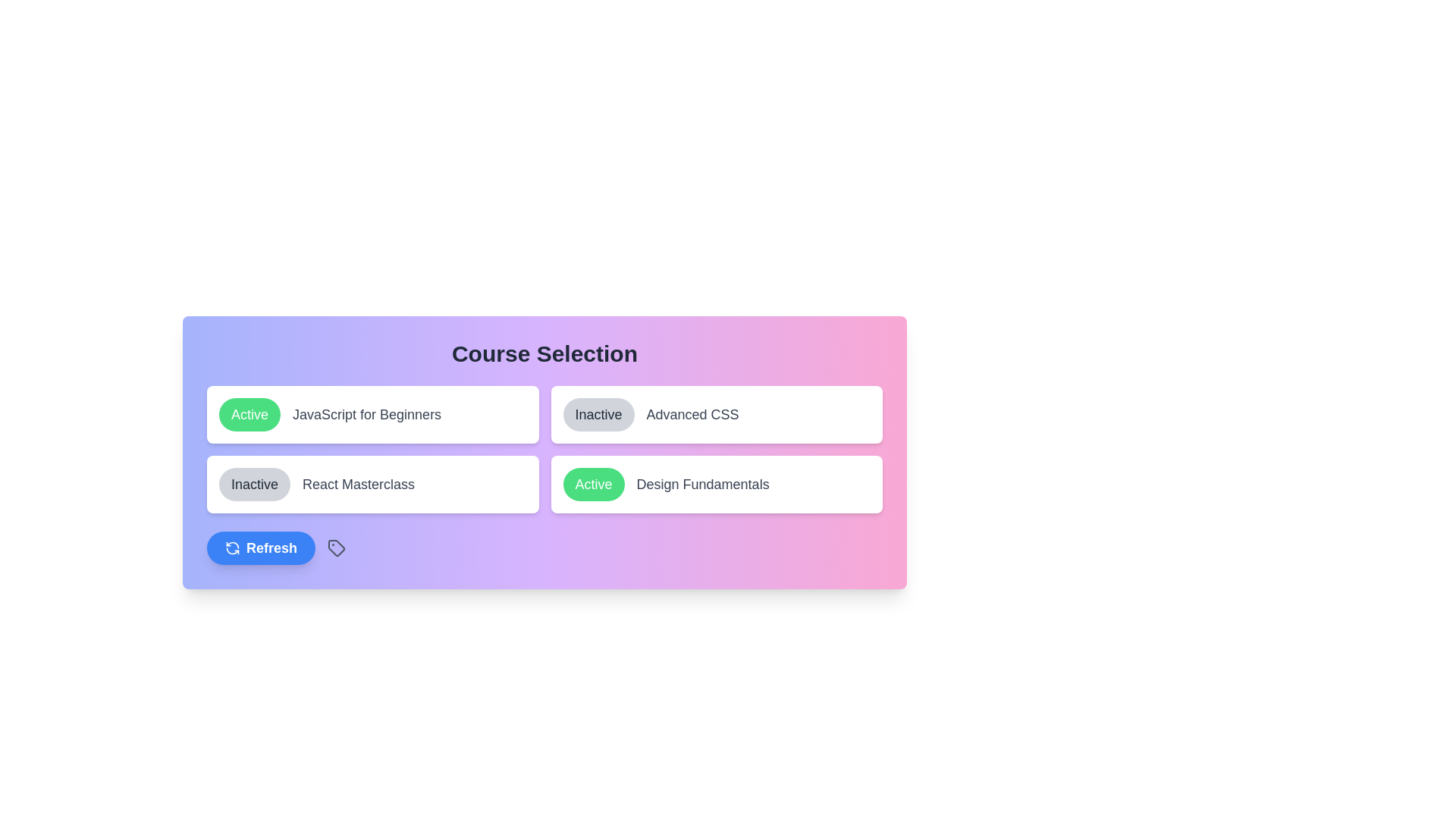 The width and height of the screenshot is (1456, 819). What do you see at coordinates (372, 415) in the screenshot?
I see `the first card in the grid layout labeled 'JavaScript for Beginners', which features a green 'Active' button and is located directly under the title 'Course Selection'` at bounding box center [372, 415].